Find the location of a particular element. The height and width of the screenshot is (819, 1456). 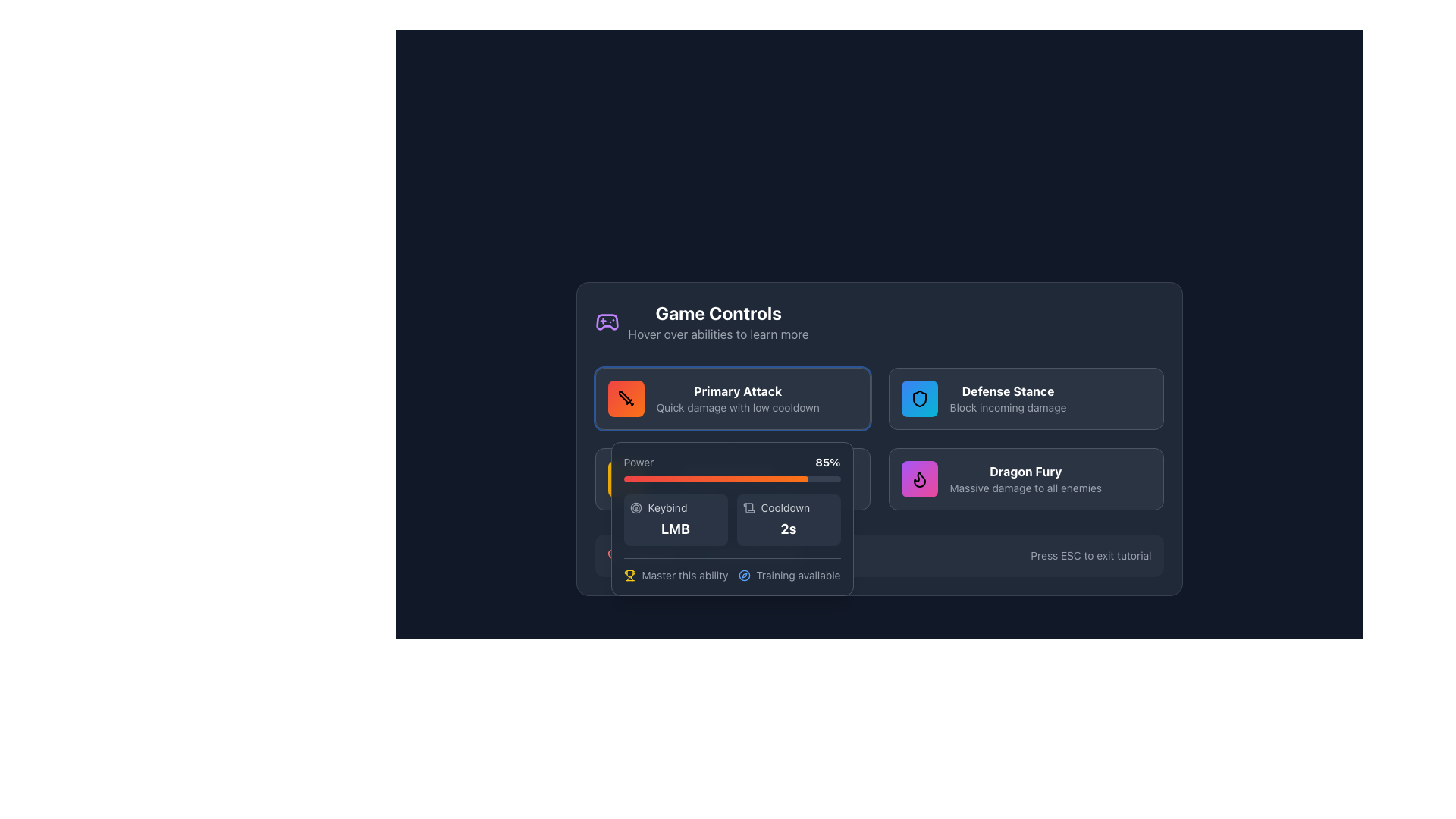

descriptions in the text block titled 'Game Controls' which features a subtitle 'Hover over abilities to learn more' is located at coordinates (717, 321).